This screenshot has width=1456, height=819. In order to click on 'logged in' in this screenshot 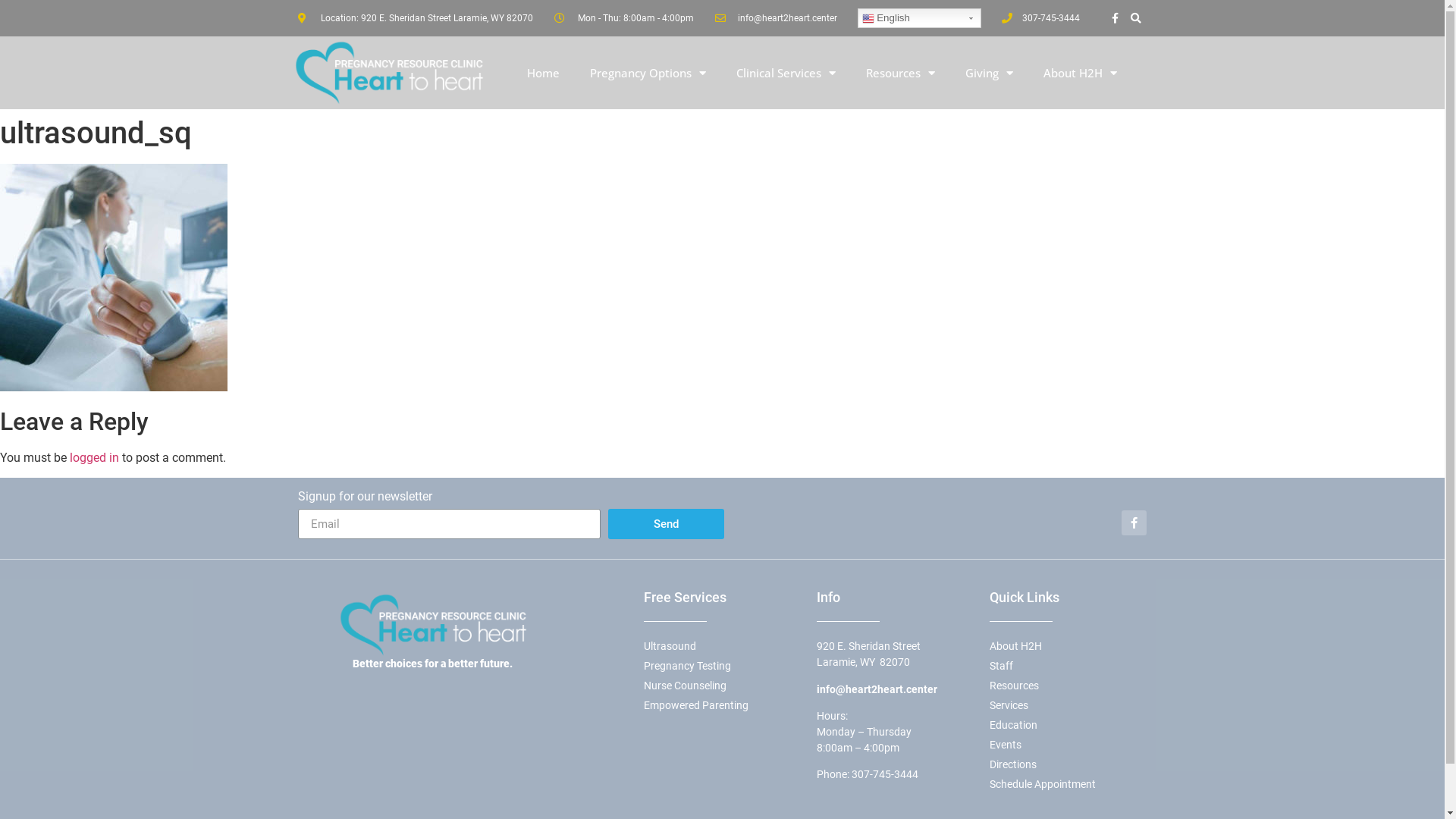, I will do `click(93, 457)`.